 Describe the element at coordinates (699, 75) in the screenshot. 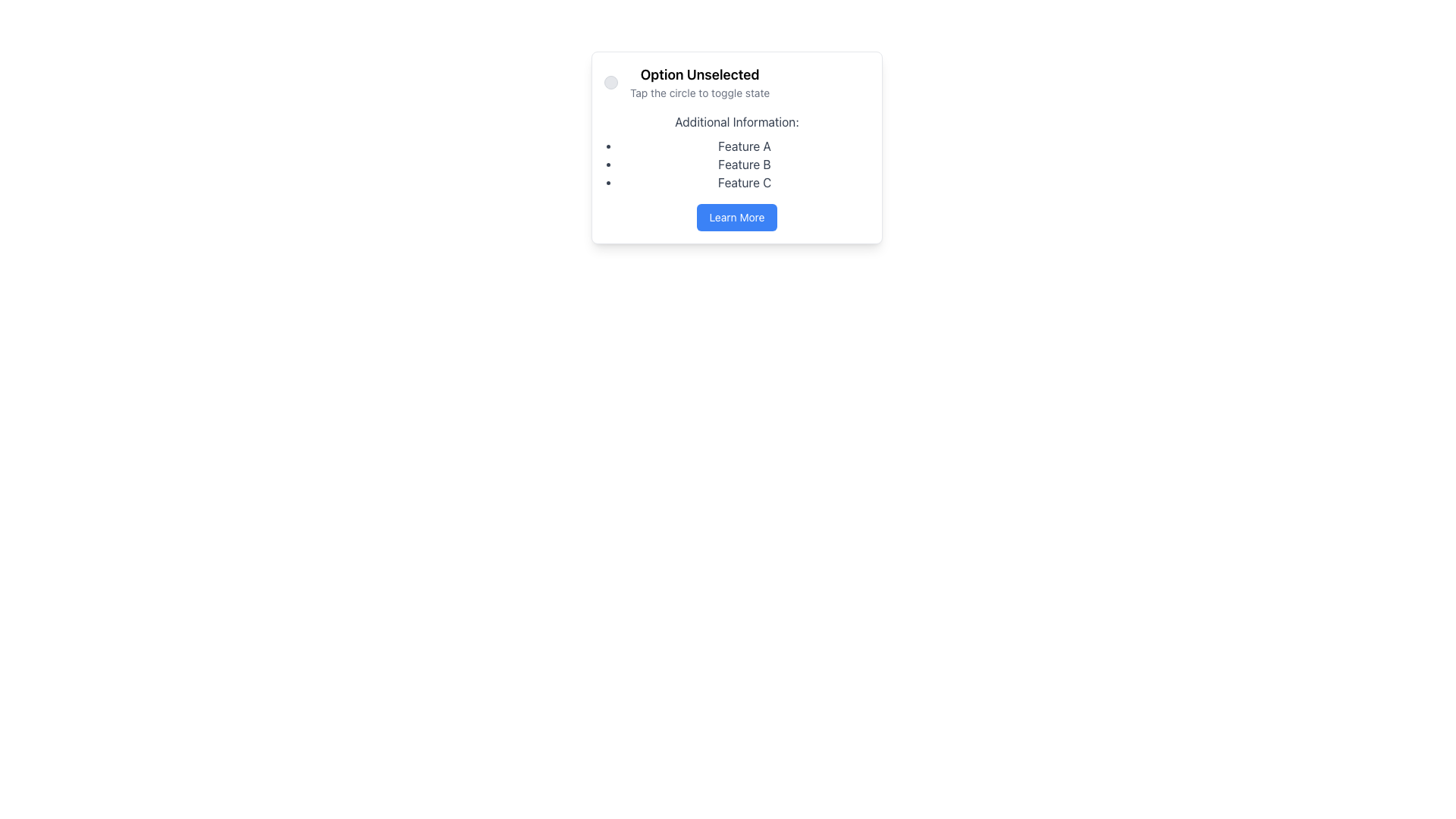

I see `the label with bolded black text reading 'Option Unselected', located at the top of the content card above the smaller text` at that location.